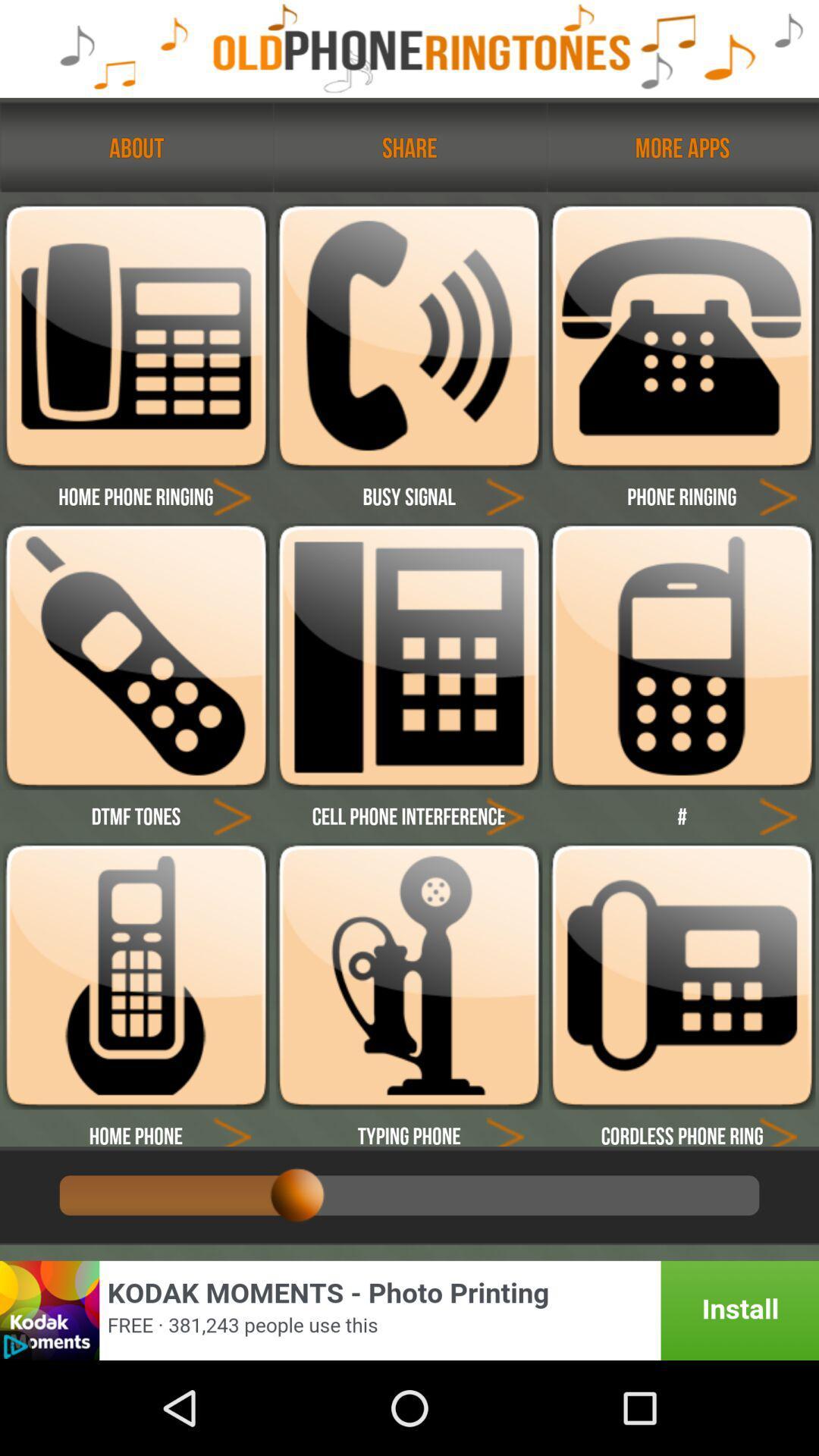  Describe the element at coordinates (778, 814) in the screenshot. I see `next symbol` at that location.